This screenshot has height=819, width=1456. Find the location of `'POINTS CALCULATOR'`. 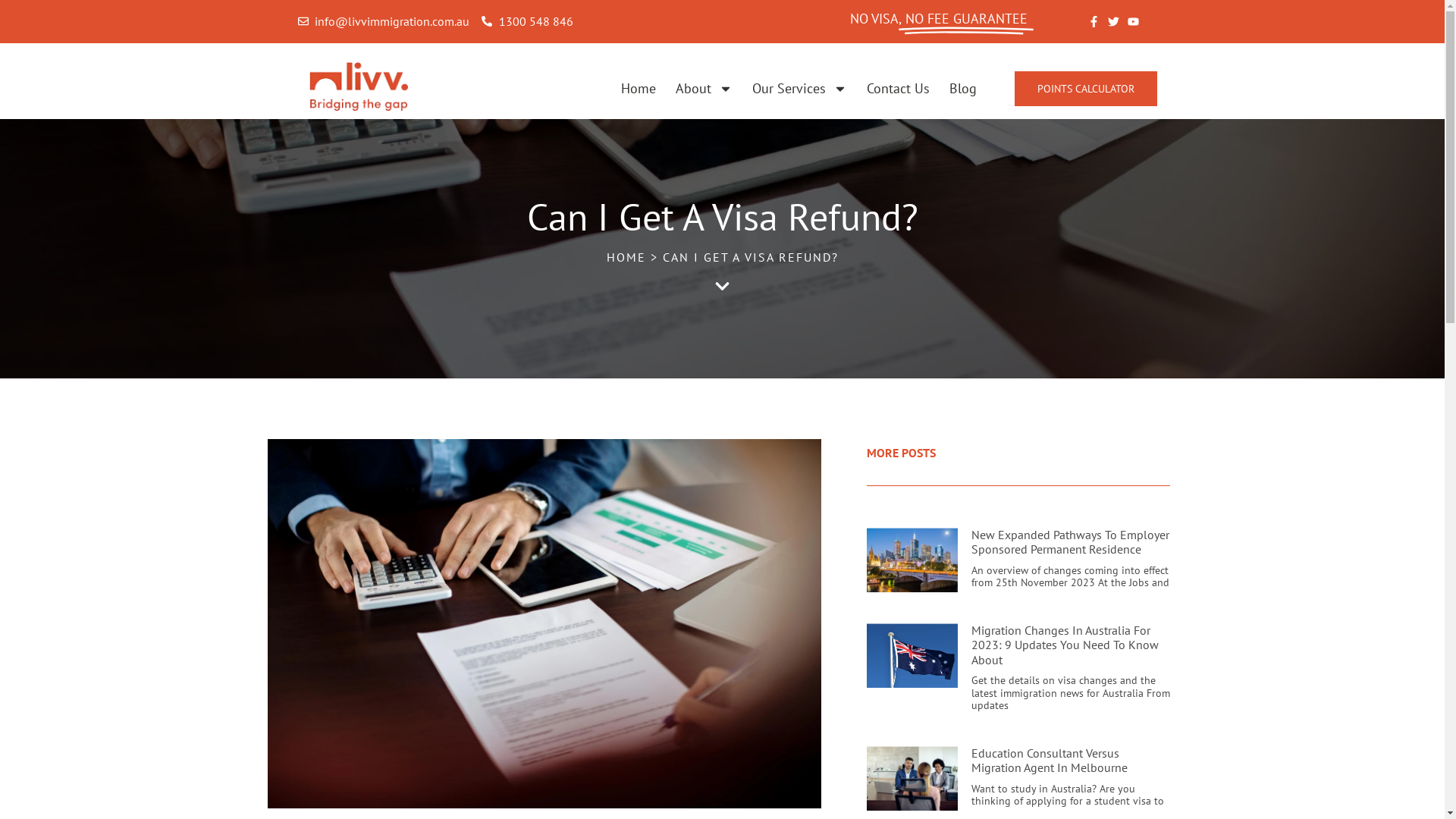

'POINTS CALCULATOR' is located at coordinates (1084, 88).